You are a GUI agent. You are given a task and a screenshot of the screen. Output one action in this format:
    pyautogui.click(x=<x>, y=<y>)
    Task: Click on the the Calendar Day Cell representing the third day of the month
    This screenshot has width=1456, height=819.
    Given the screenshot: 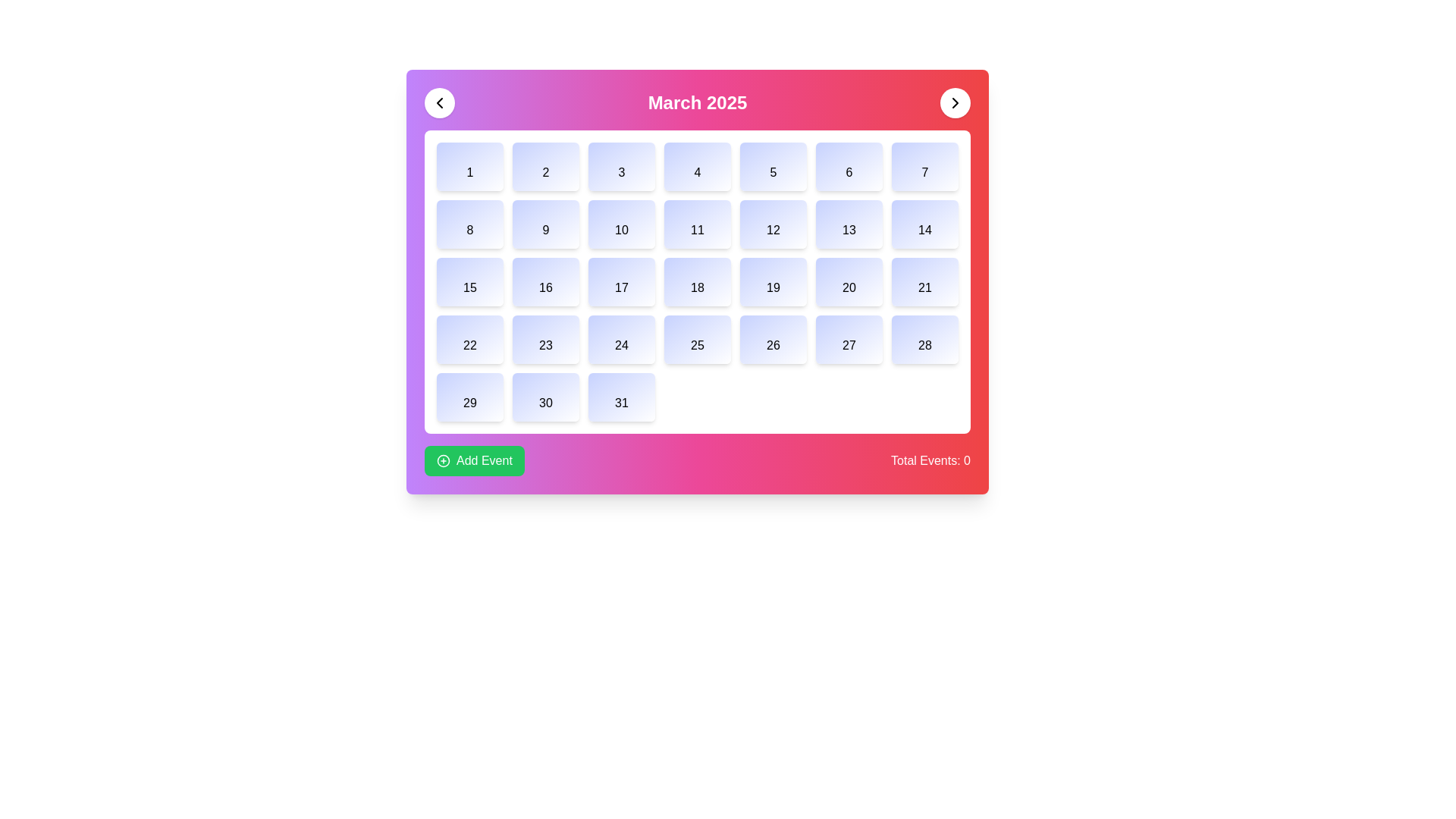 What is the action you would take?
    pyautogui.click(x=622, y=166)
    